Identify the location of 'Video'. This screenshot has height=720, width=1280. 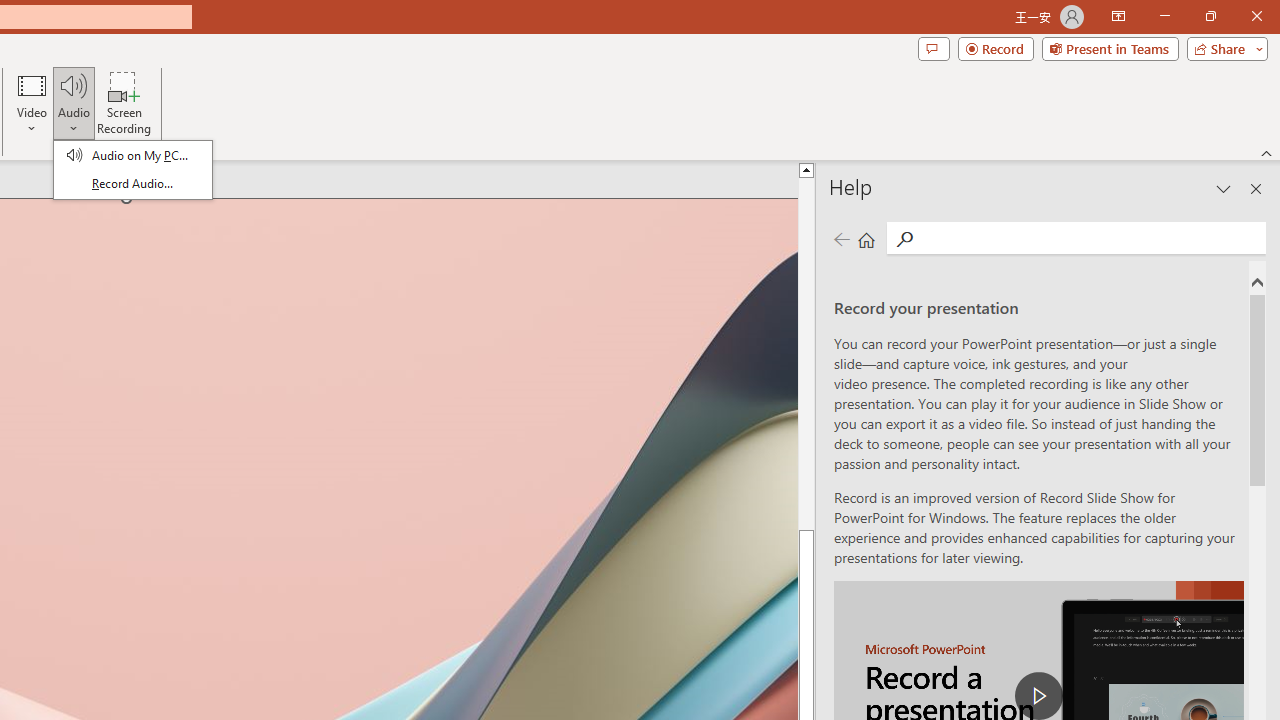
(32, 103).